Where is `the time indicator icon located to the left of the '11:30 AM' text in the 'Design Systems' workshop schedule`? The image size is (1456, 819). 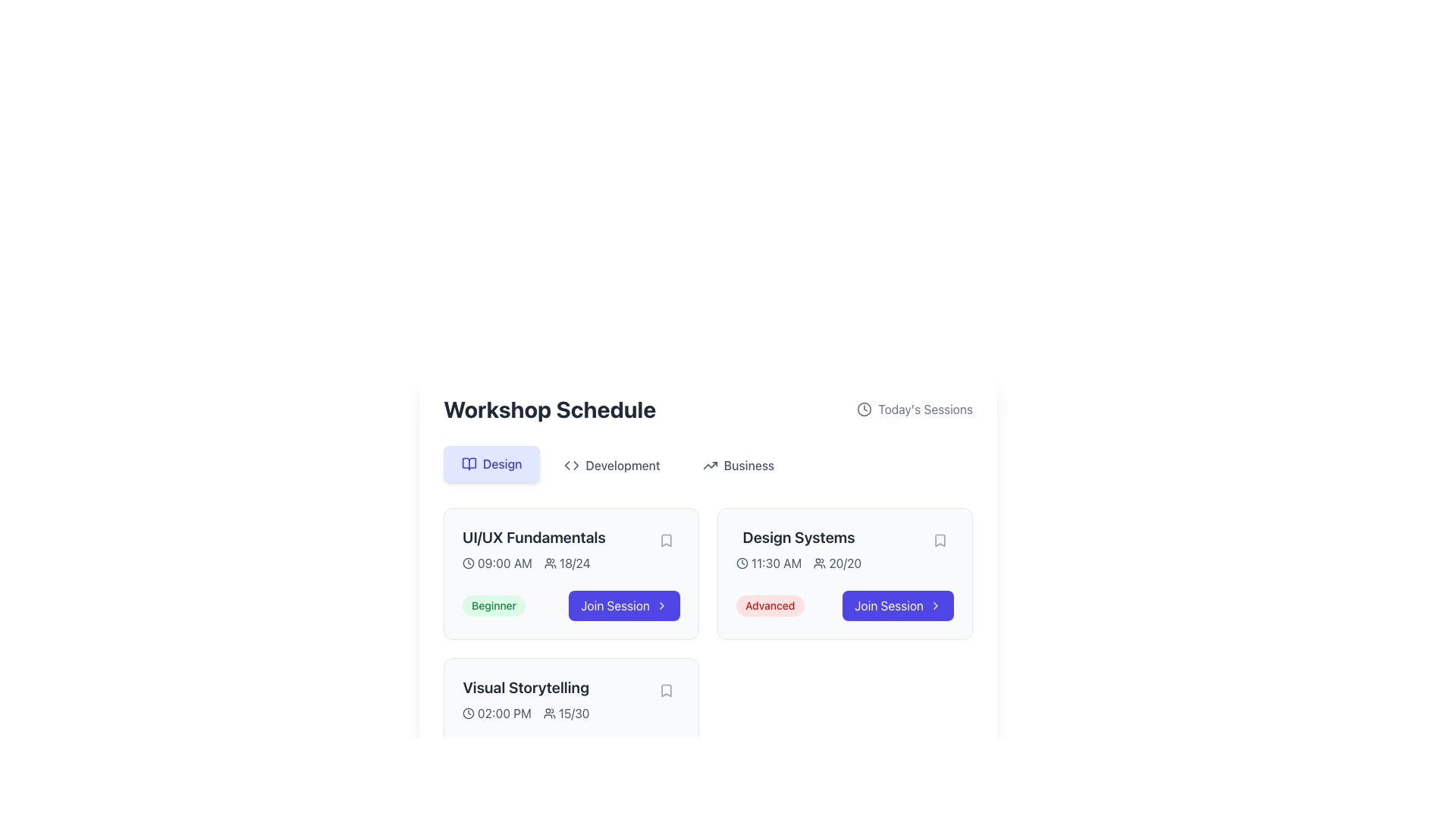 the time indicator icon located to the left of the '11:30 AM' text in the 'Design Systems' workshop schedule is located at coordinates (742, 563).